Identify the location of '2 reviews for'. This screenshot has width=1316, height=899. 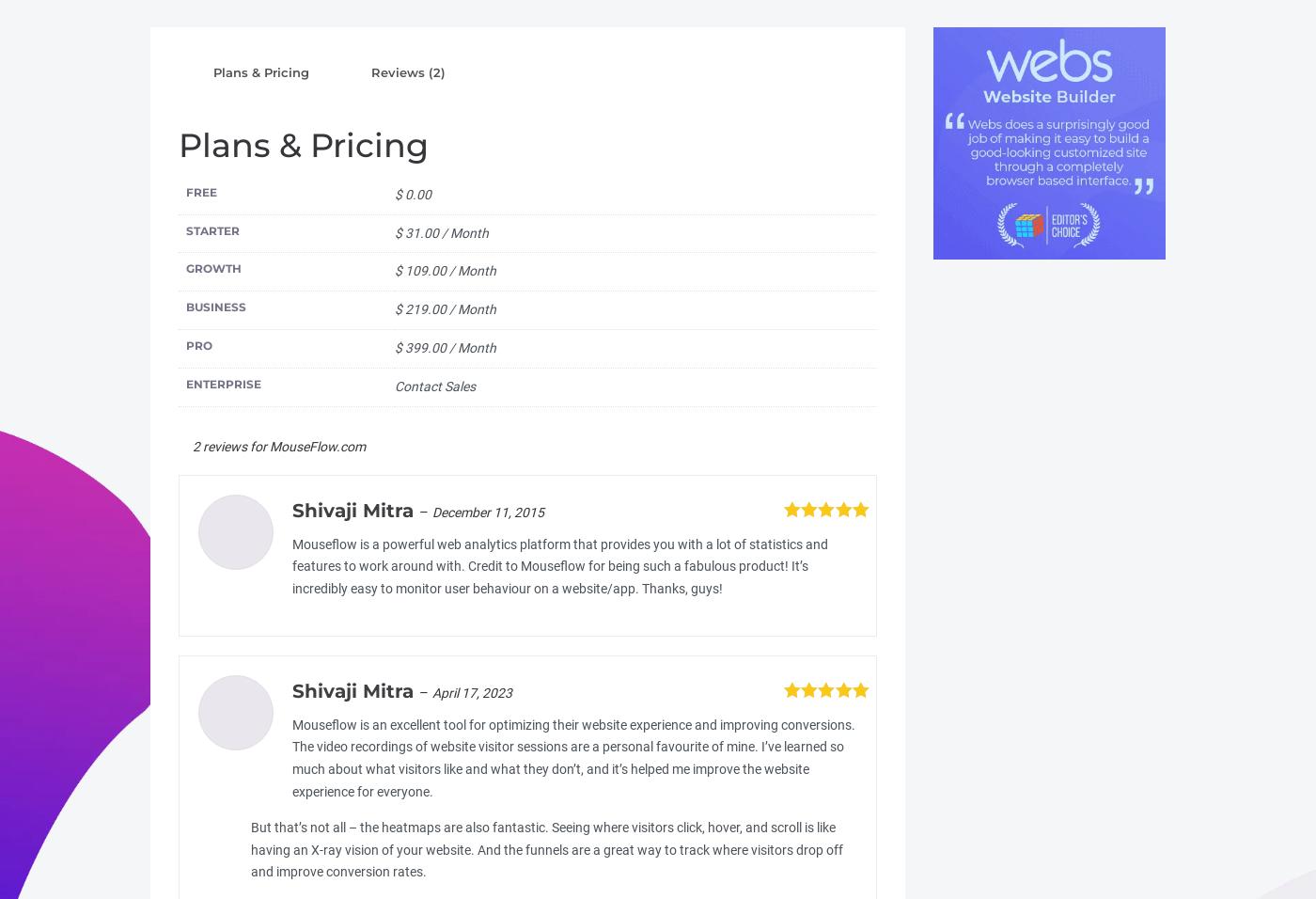
(229, 445).